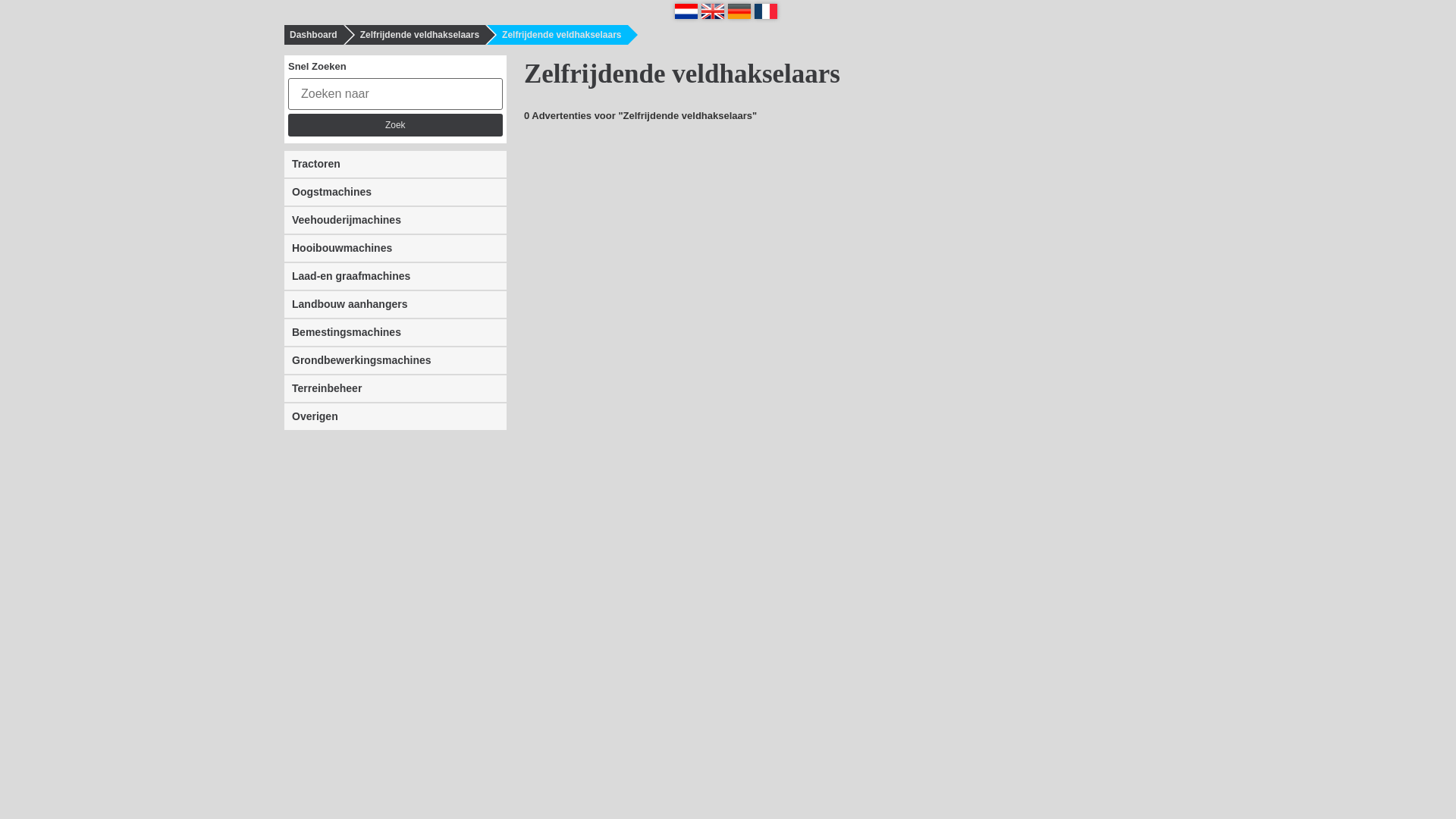  Describe the element at coordinates (395, 304) in the screenshot. I see `'Landbouw aanhangers'` at that location.